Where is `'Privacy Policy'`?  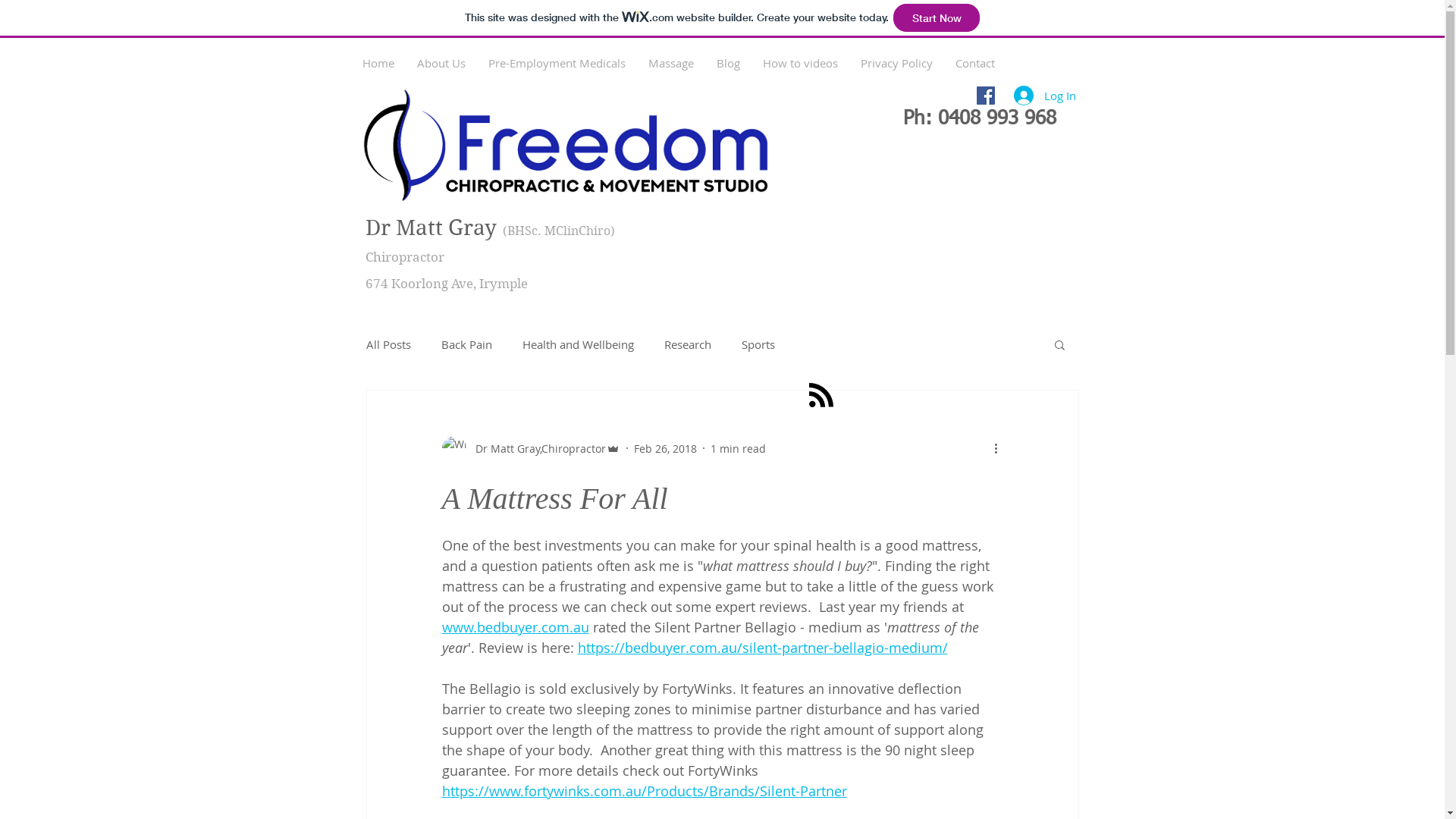
'Privacy Policy' is located at coordinates (896, 62).